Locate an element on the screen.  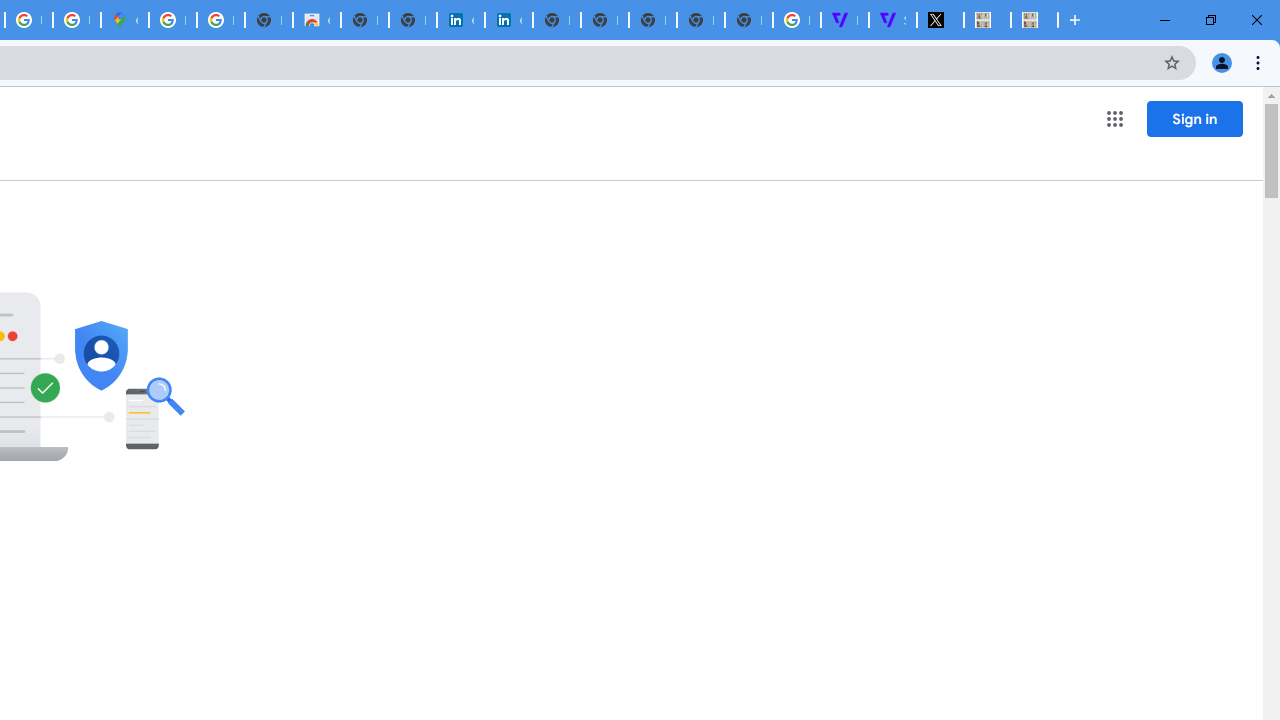
'Chrome Web Store' is located at coordinates (315, 20).